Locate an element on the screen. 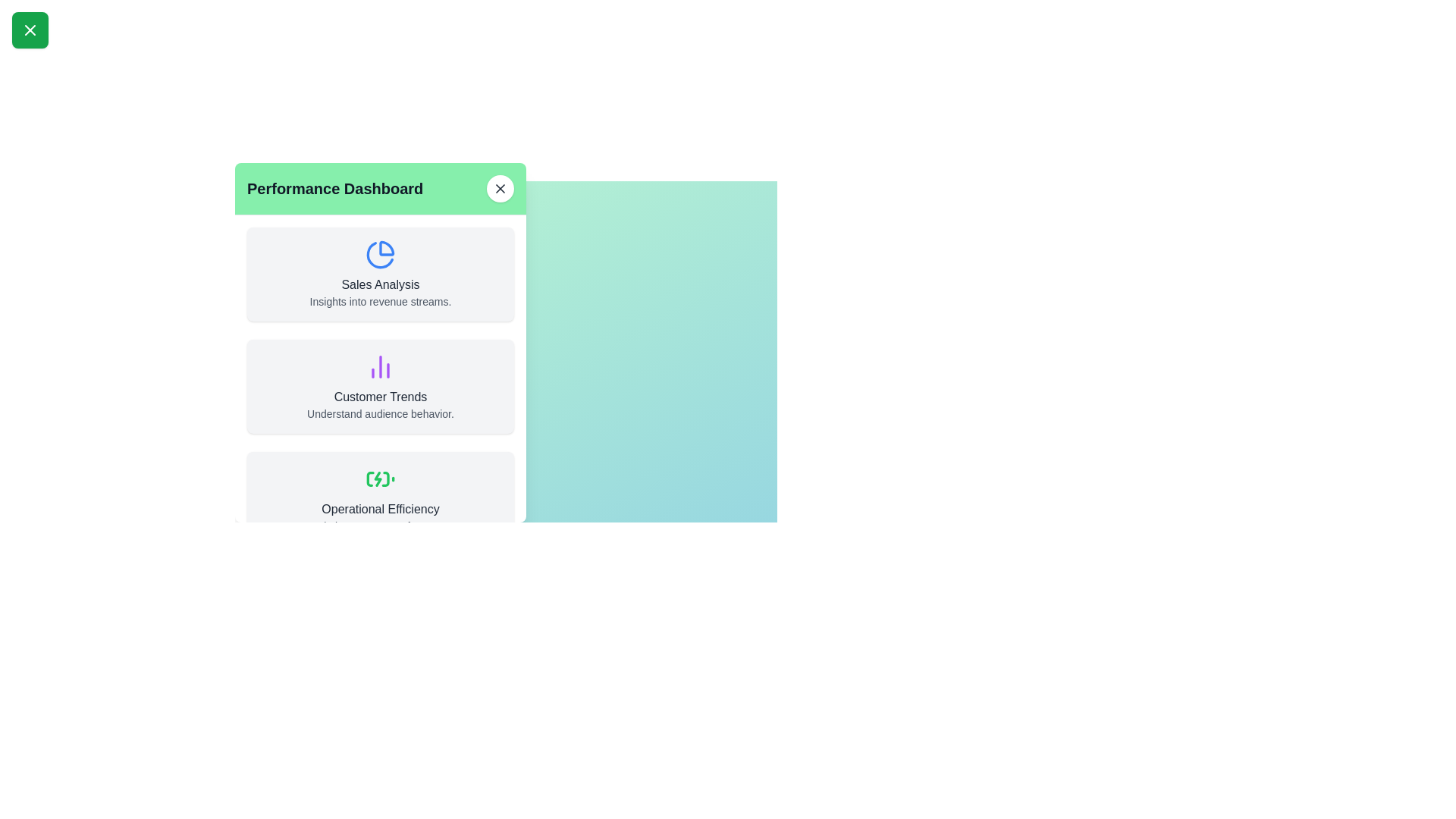 The width and height of the screenshot is (1456, 819). the Close button with an 'X' icon located inside the green notification box is located at coordinates (30, 30).